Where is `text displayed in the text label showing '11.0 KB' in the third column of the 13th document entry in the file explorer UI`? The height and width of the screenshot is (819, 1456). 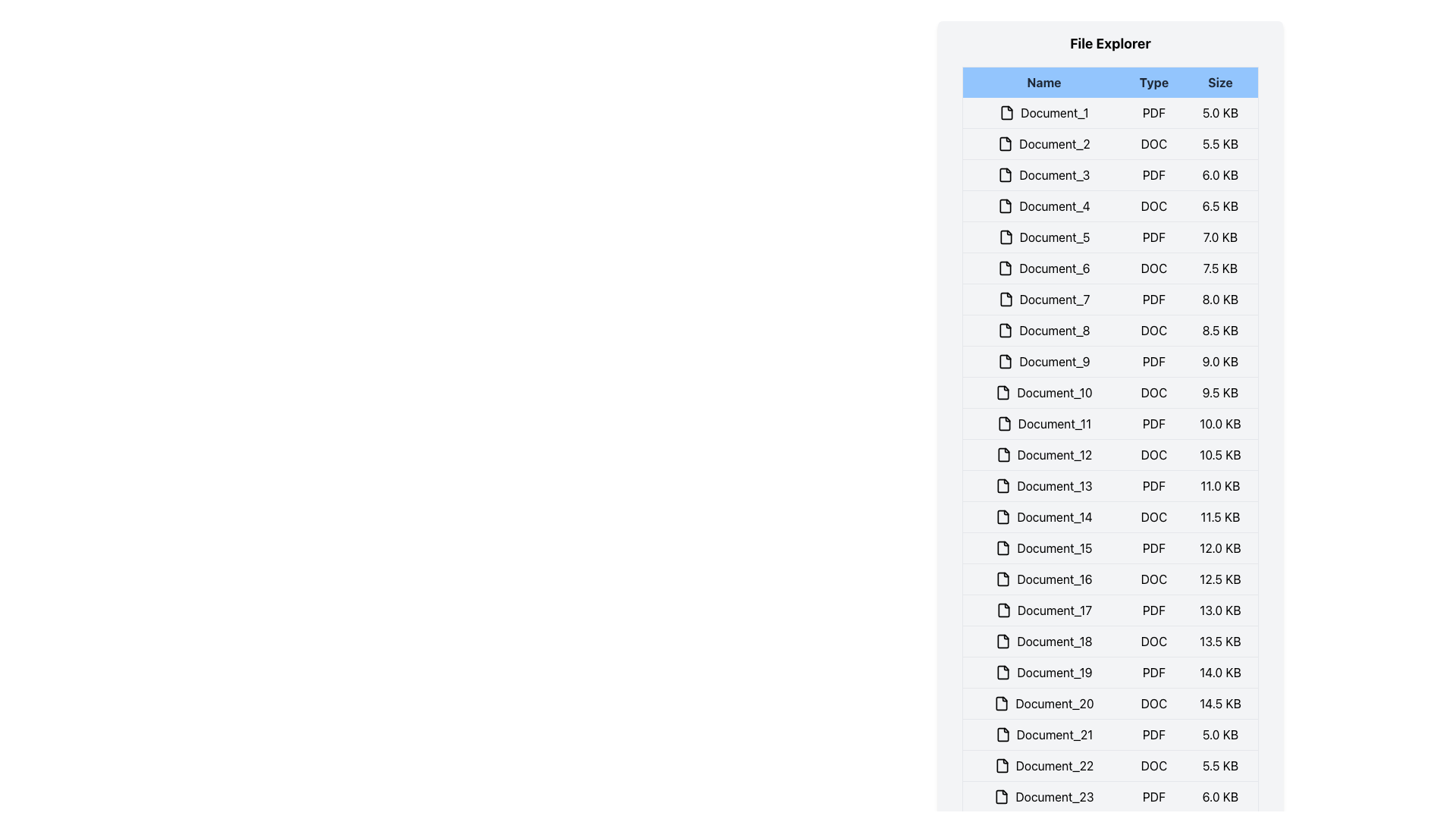
text displayed in the text label showing '11.0 KB' in the third column of the 13th document entry in the file explorer UI is located at coordinates (1220, 485).